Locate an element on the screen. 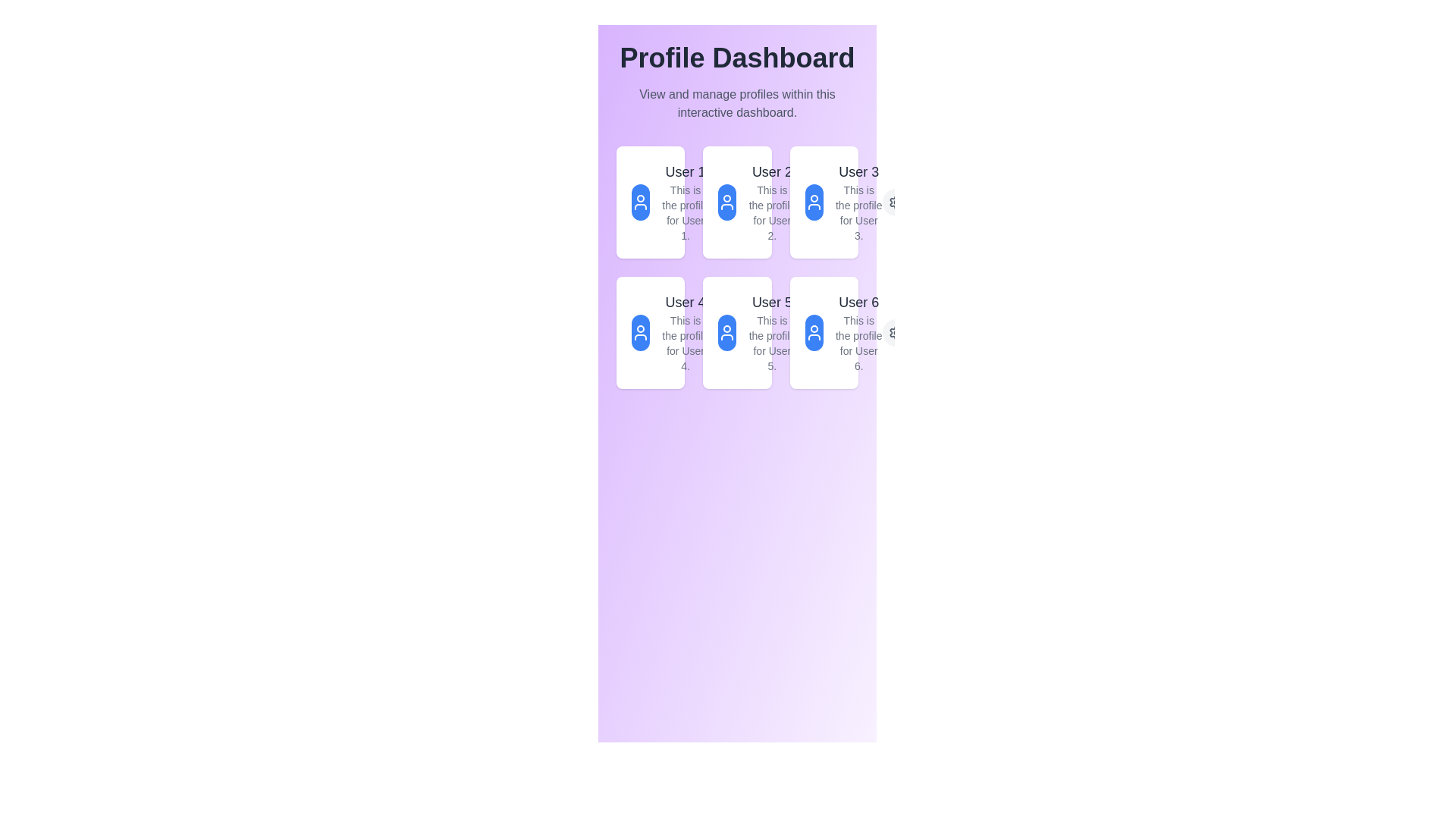 Image resolution: width=1456 pixels, height=819 pixels. text displayed in the profile of User 6, located in the sixth slot of the grid layout on the rightmost column and second row is located at coordinates (858, 332).